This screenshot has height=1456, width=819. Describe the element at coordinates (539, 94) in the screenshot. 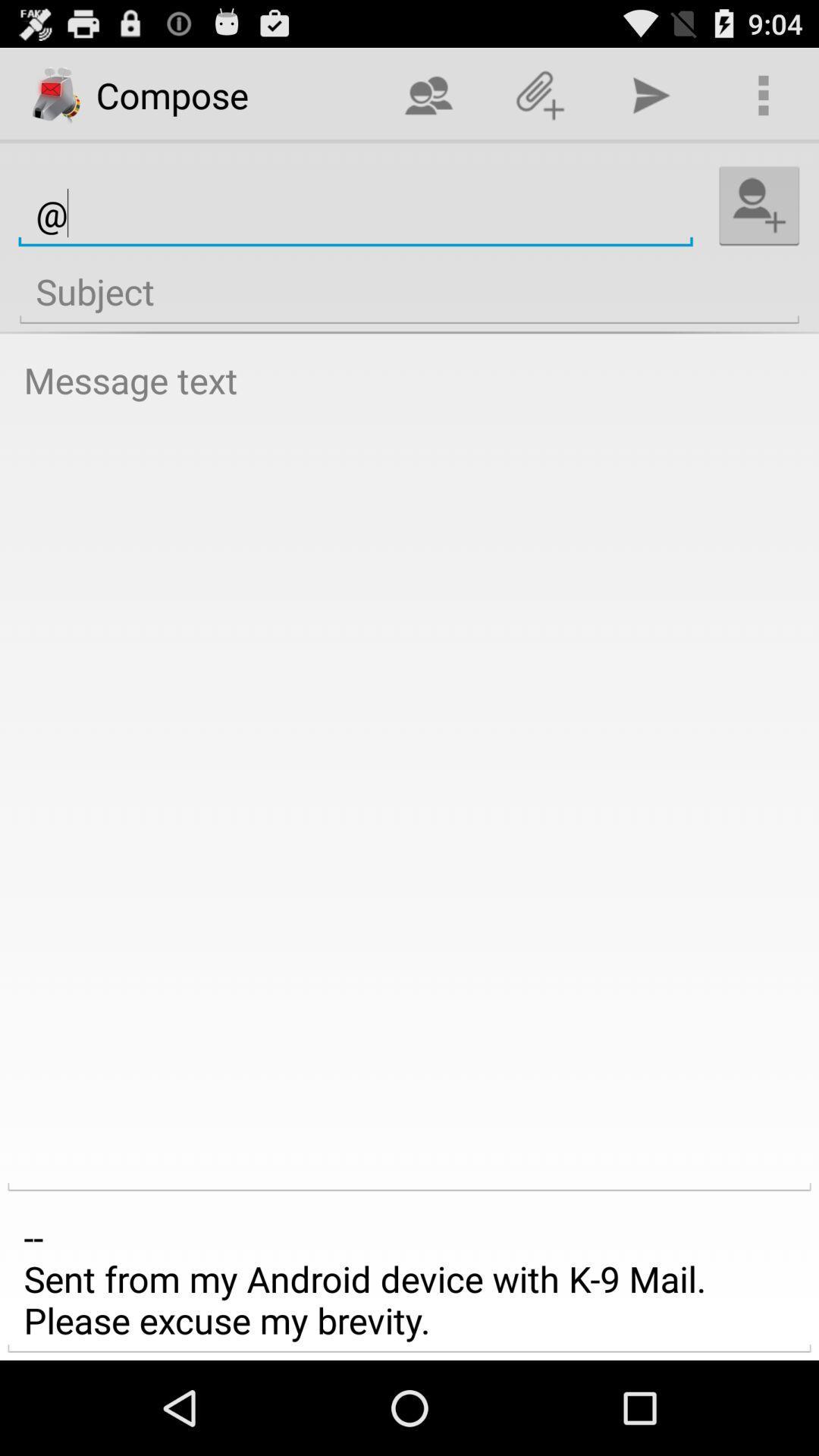

I see `the icon above @` at that location.